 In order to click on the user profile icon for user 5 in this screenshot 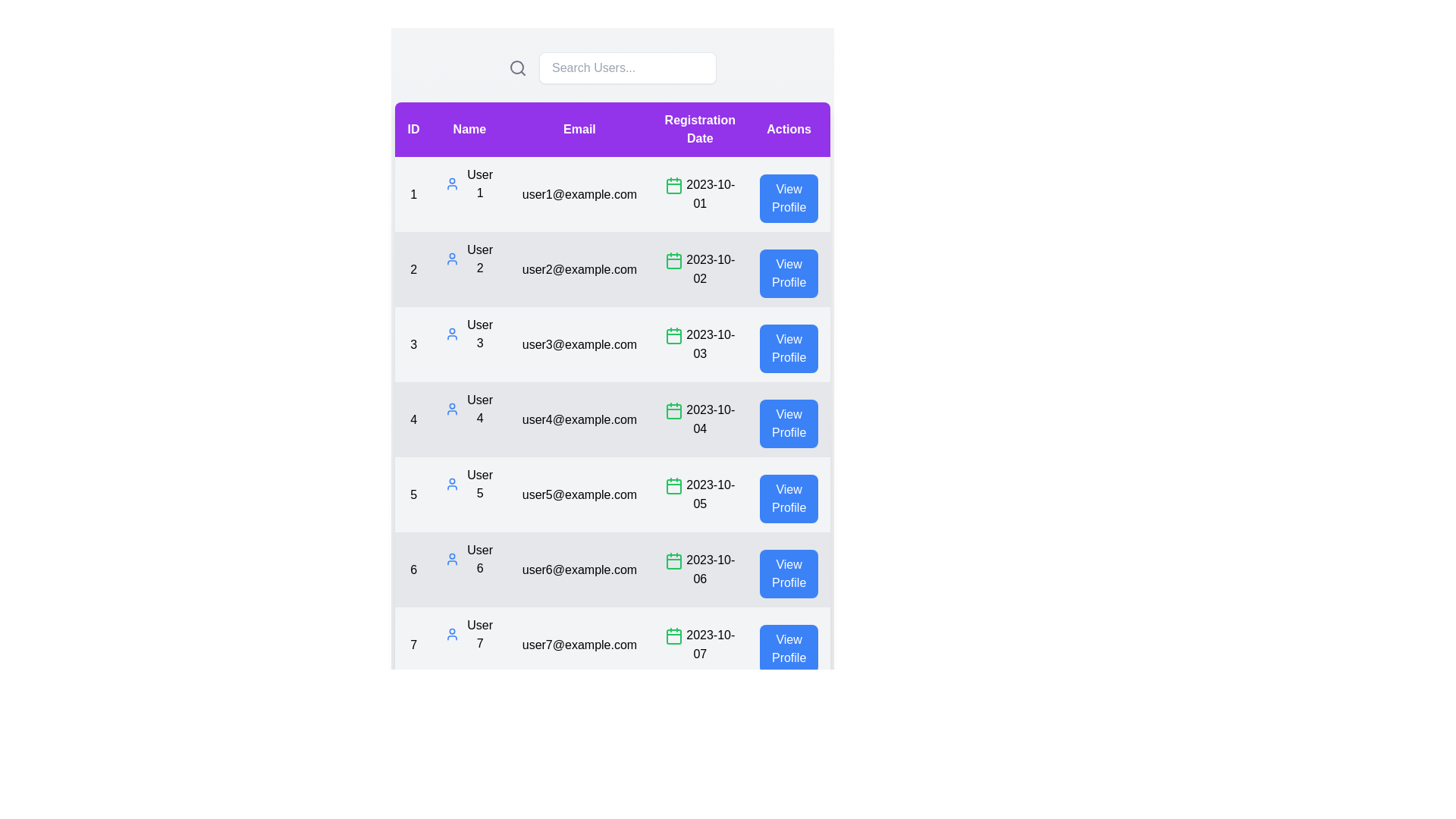, I will do `click(451, 485)`.